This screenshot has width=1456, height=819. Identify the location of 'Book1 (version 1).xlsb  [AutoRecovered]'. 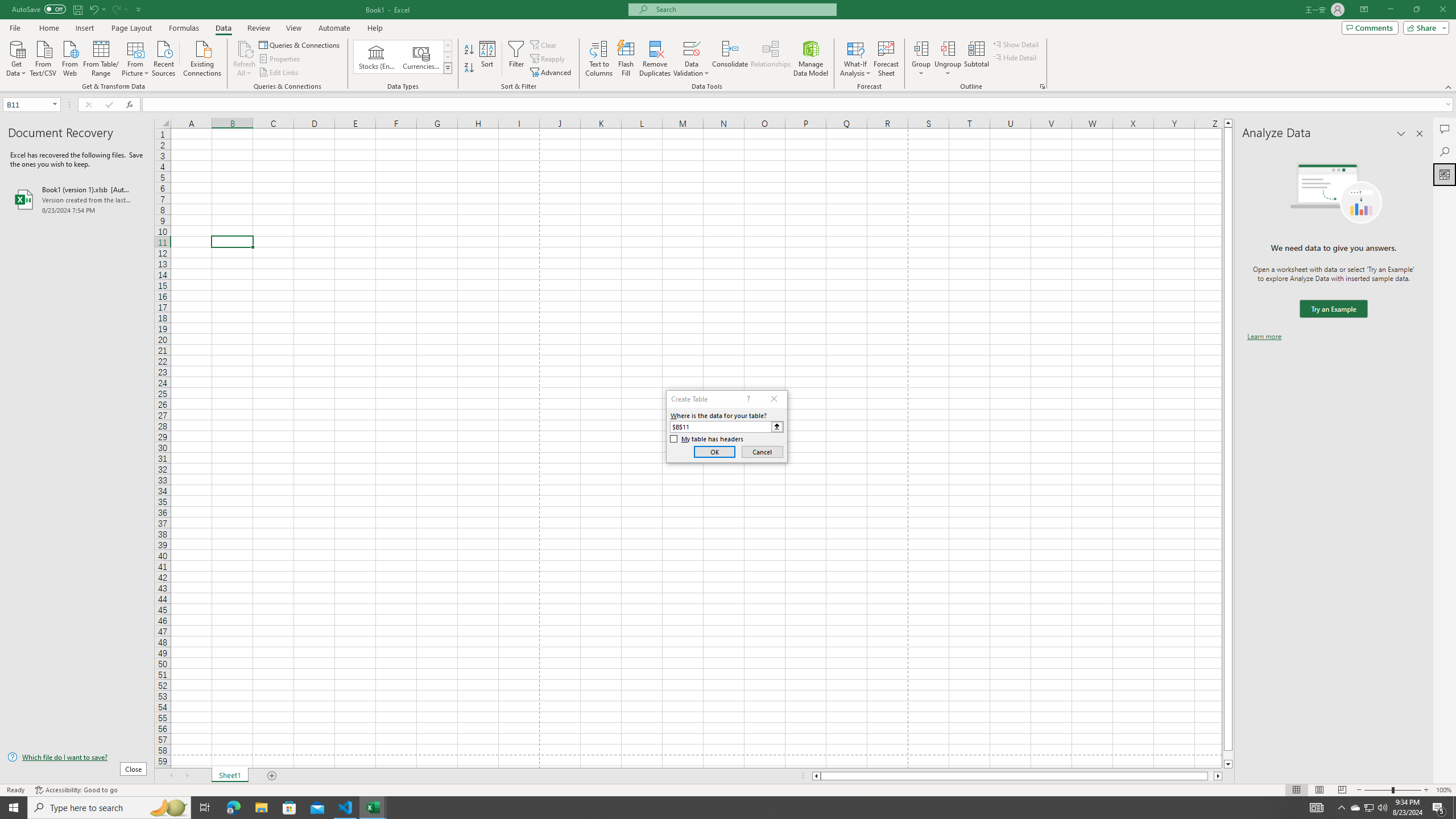
(76, 198).